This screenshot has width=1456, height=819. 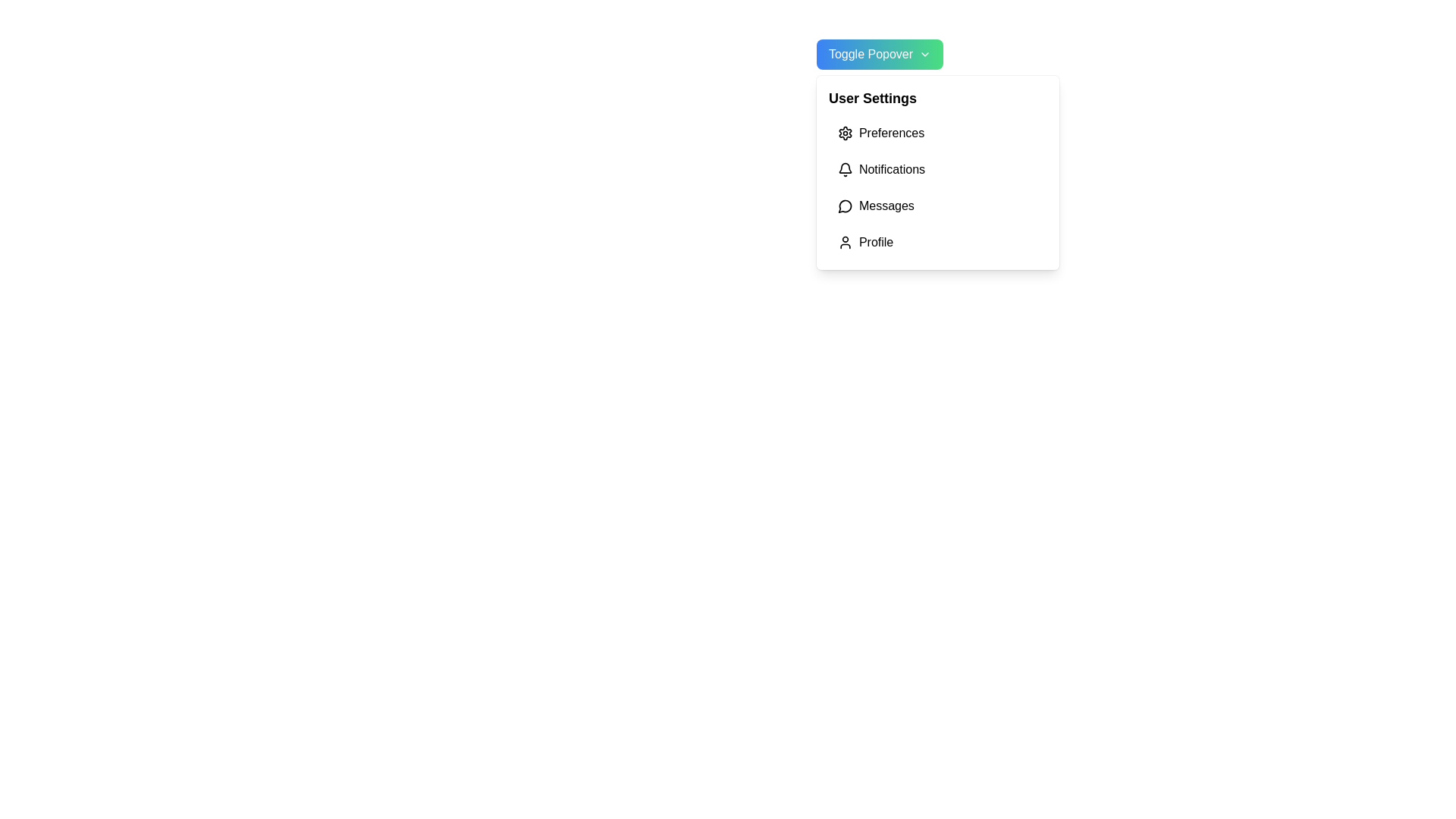 What do you see at coordinates (937, 242) in the screenshot?
I see `the fourth button in the vertical menu under 'User Settings'` at bounding box center [937, 242].